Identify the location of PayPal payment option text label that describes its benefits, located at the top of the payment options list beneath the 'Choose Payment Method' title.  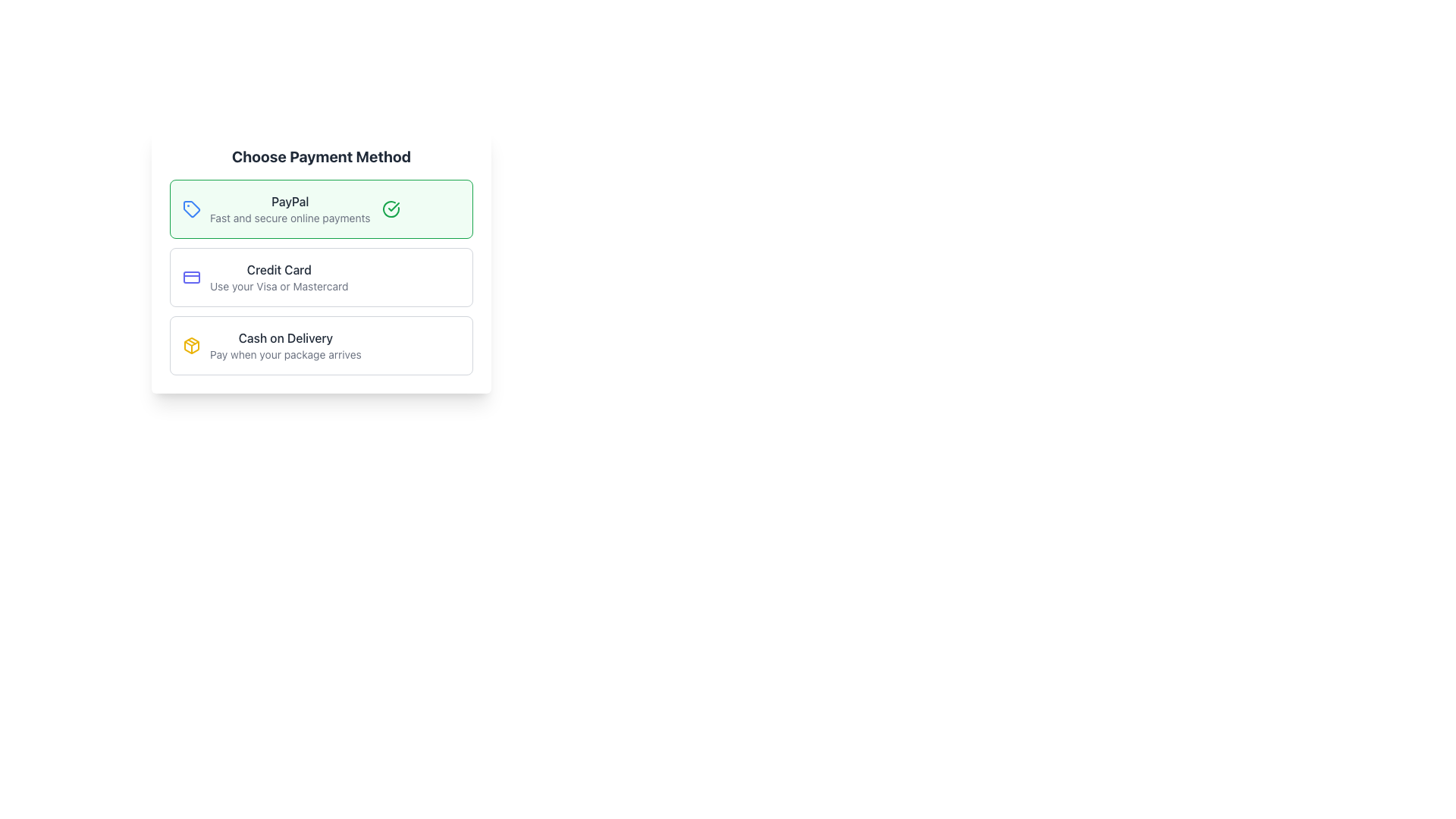
(290, 209).